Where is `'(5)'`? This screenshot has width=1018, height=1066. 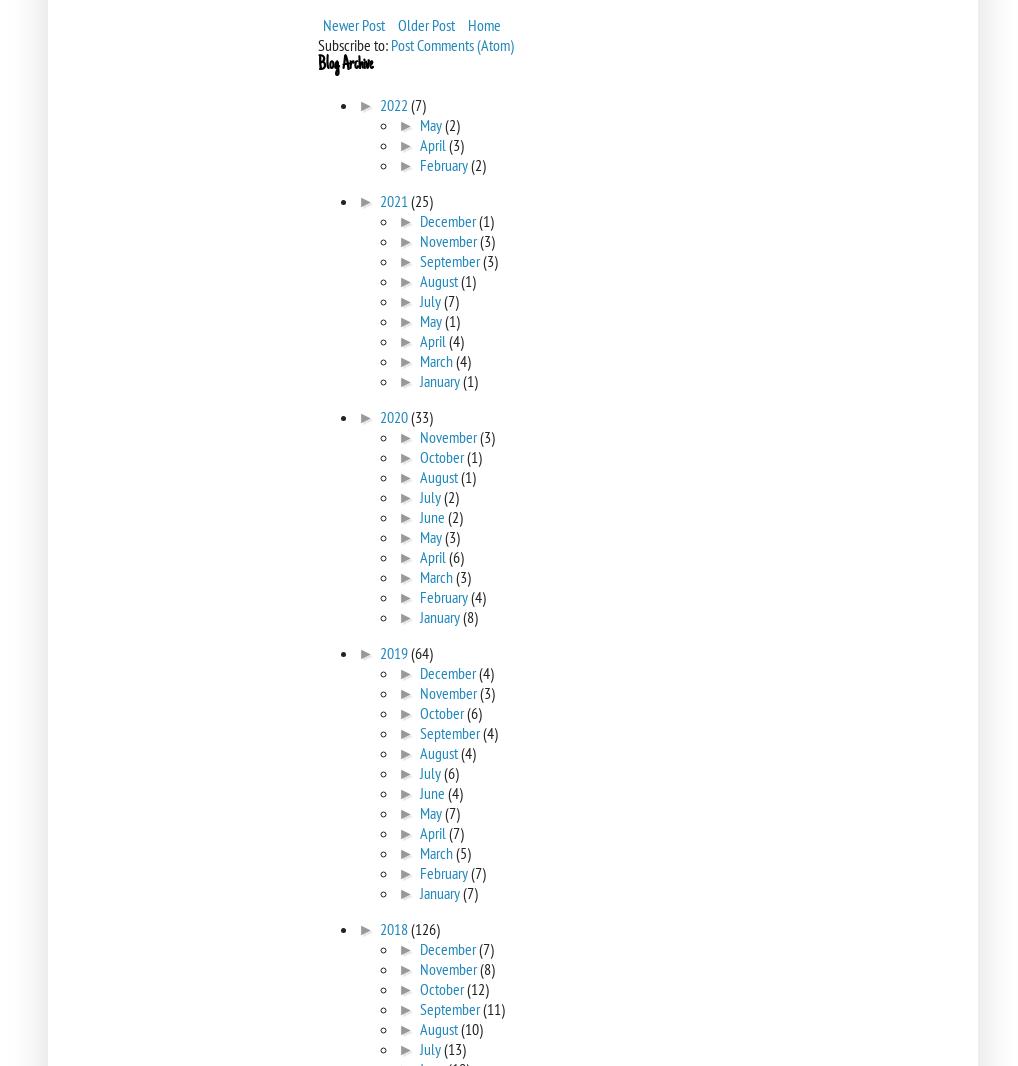 '(5)' is located at coordinates (462, 853).